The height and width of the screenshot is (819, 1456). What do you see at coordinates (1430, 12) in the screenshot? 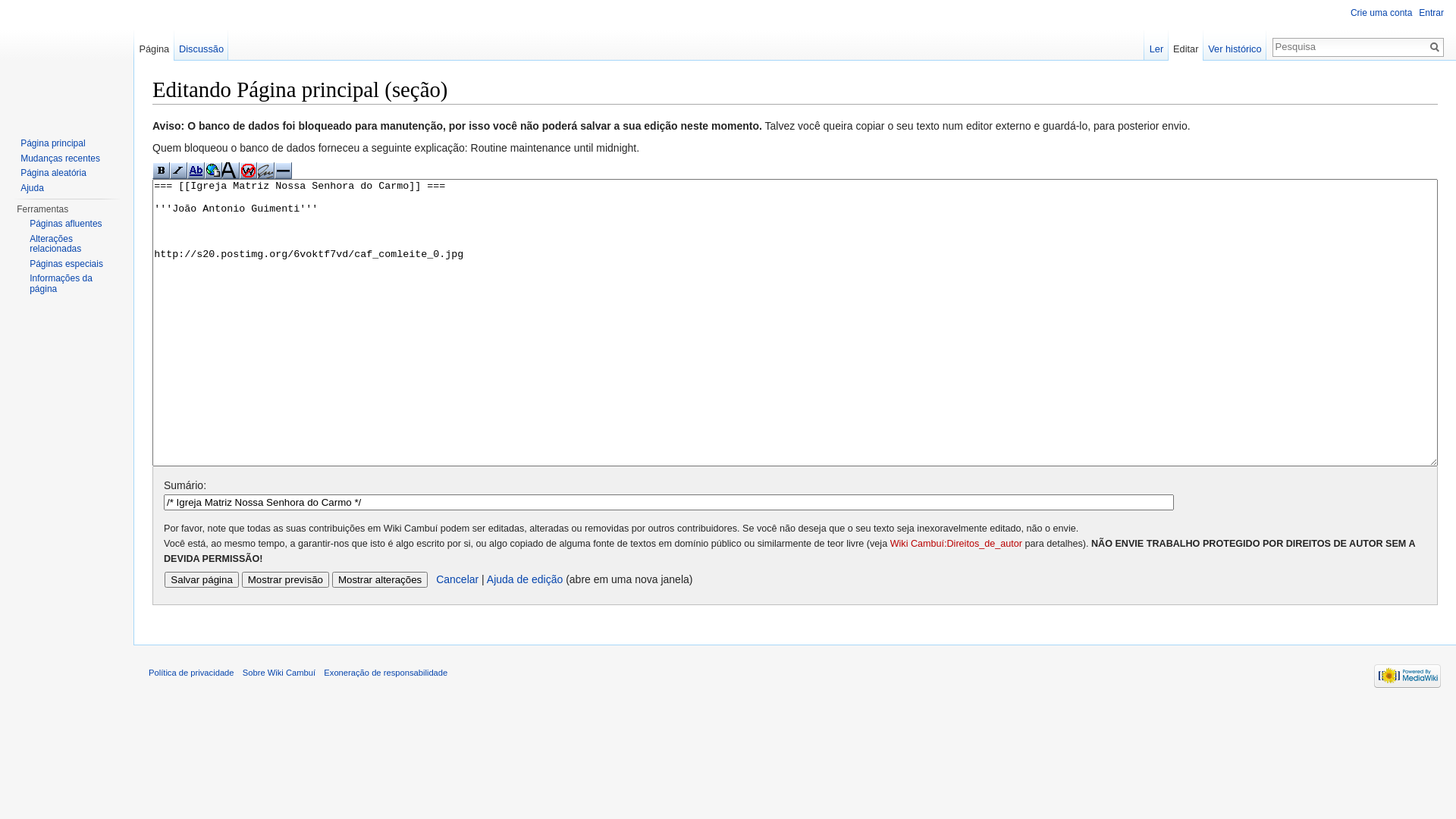
I see `'Entrar'` at bounding box center [1430, 12].